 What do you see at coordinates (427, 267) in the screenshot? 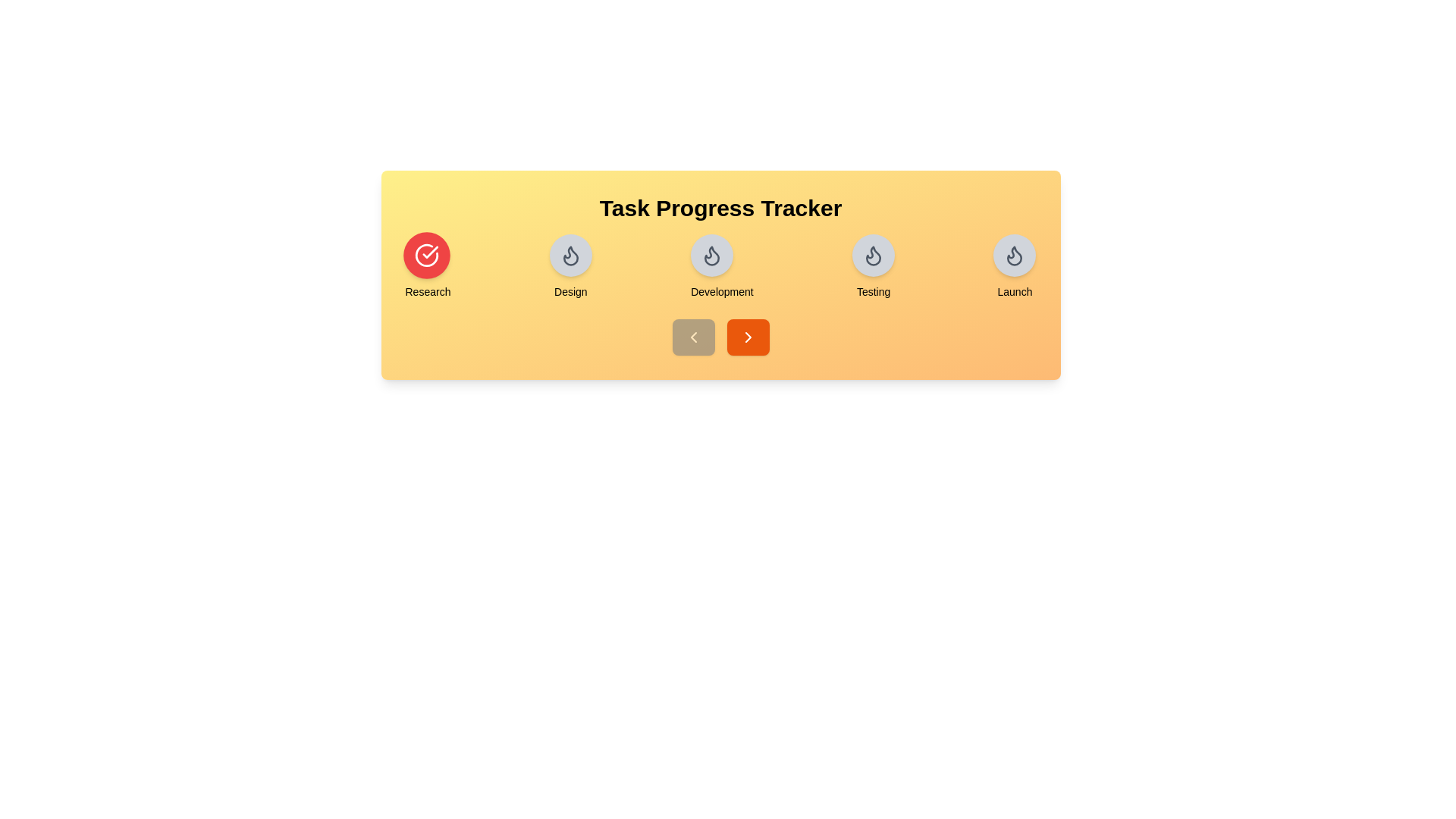
I see `the progress stage indicator labeled 'Research' to understand the current or completed progress stage` at bounding box center [427, 267].